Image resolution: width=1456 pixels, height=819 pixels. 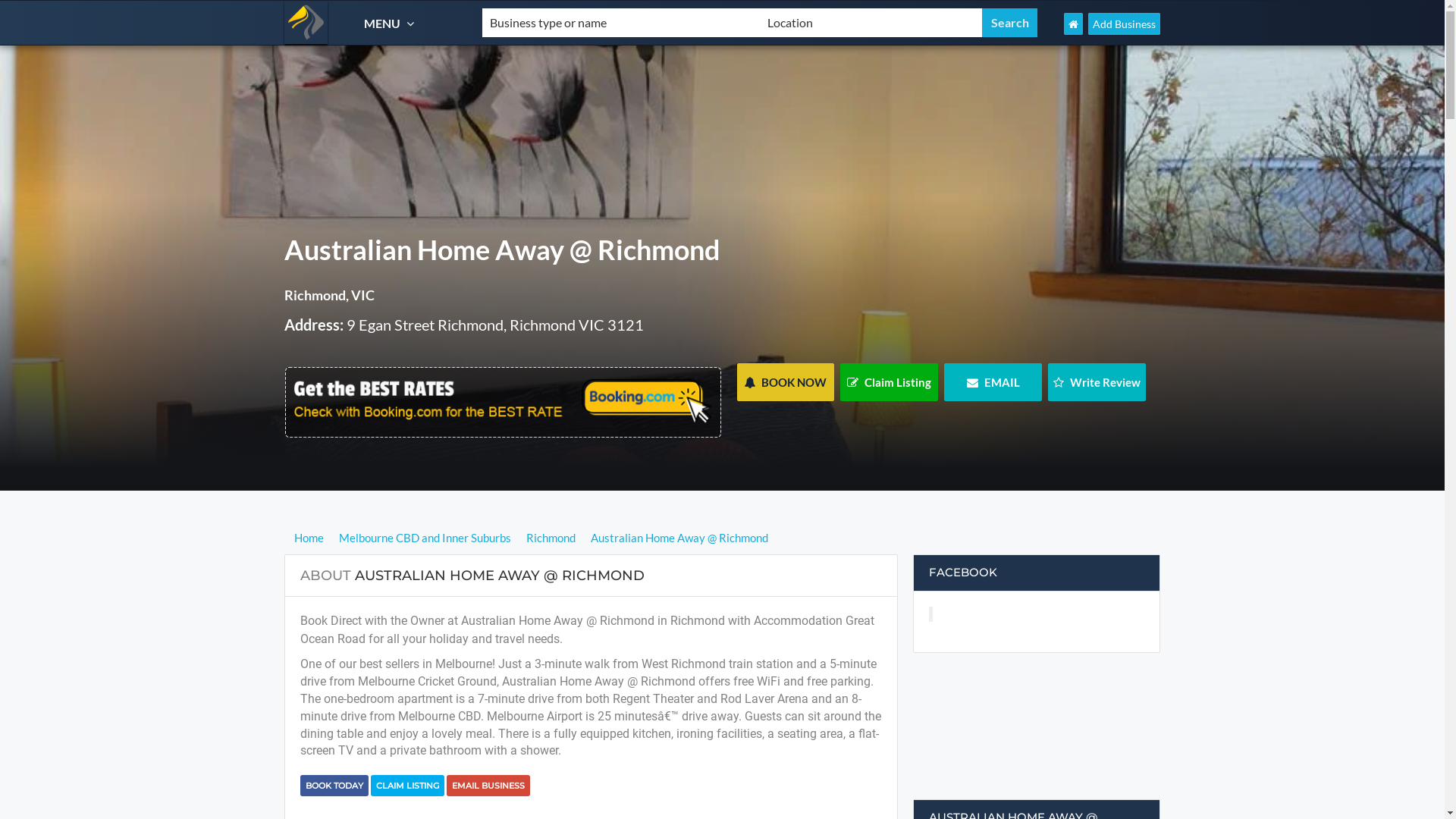 What do you see at coordinates (425, 537) in the screenshot?
I see `'Melbourne CBD and Inner Suburbs'` at bounding box center [425, 537].